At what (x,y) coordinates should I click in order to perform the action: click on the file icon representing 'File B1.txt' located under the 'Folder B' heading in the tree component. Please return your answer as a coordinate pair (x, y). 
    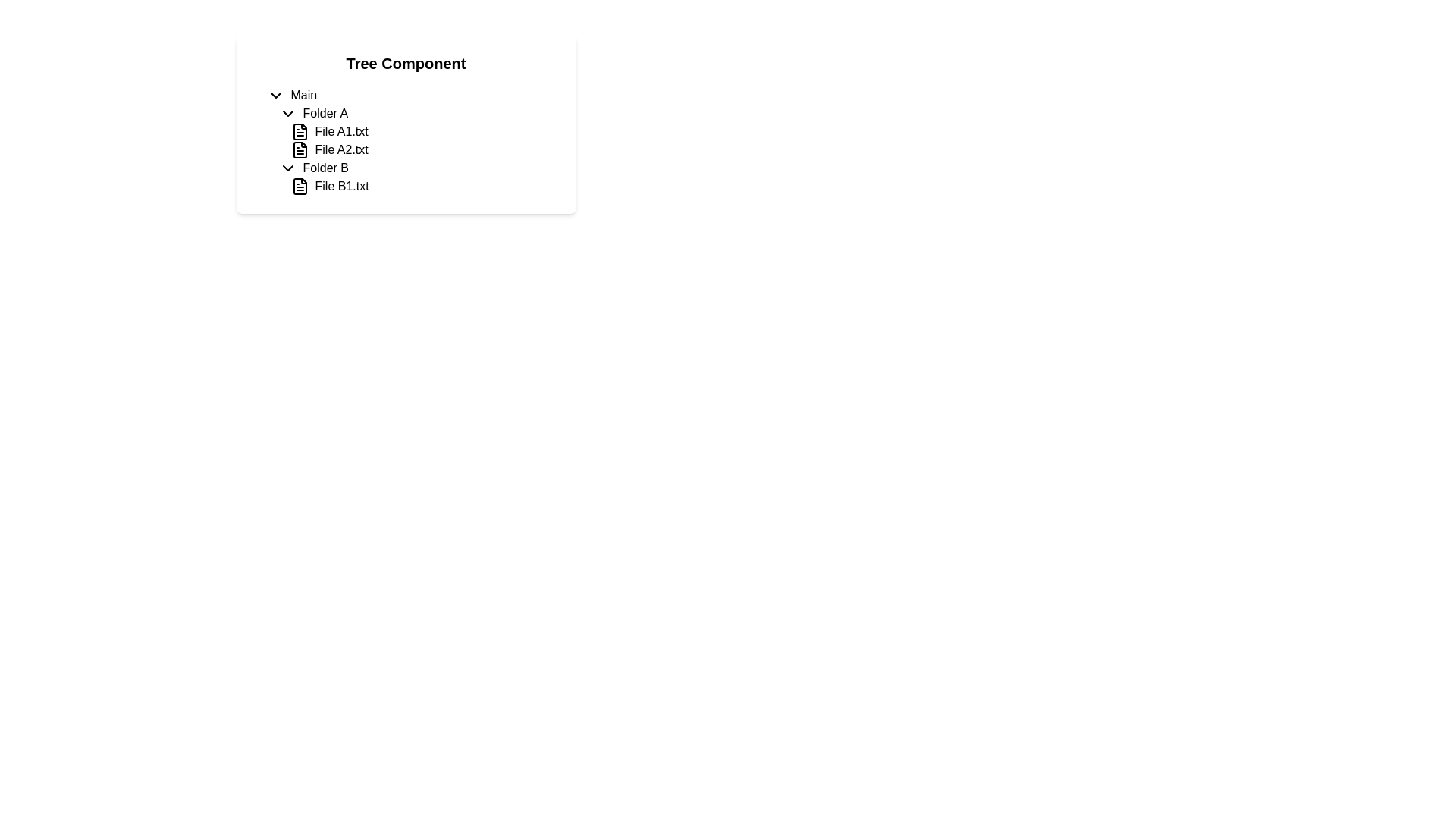
    Looking at the image, I should click on (300, 186).